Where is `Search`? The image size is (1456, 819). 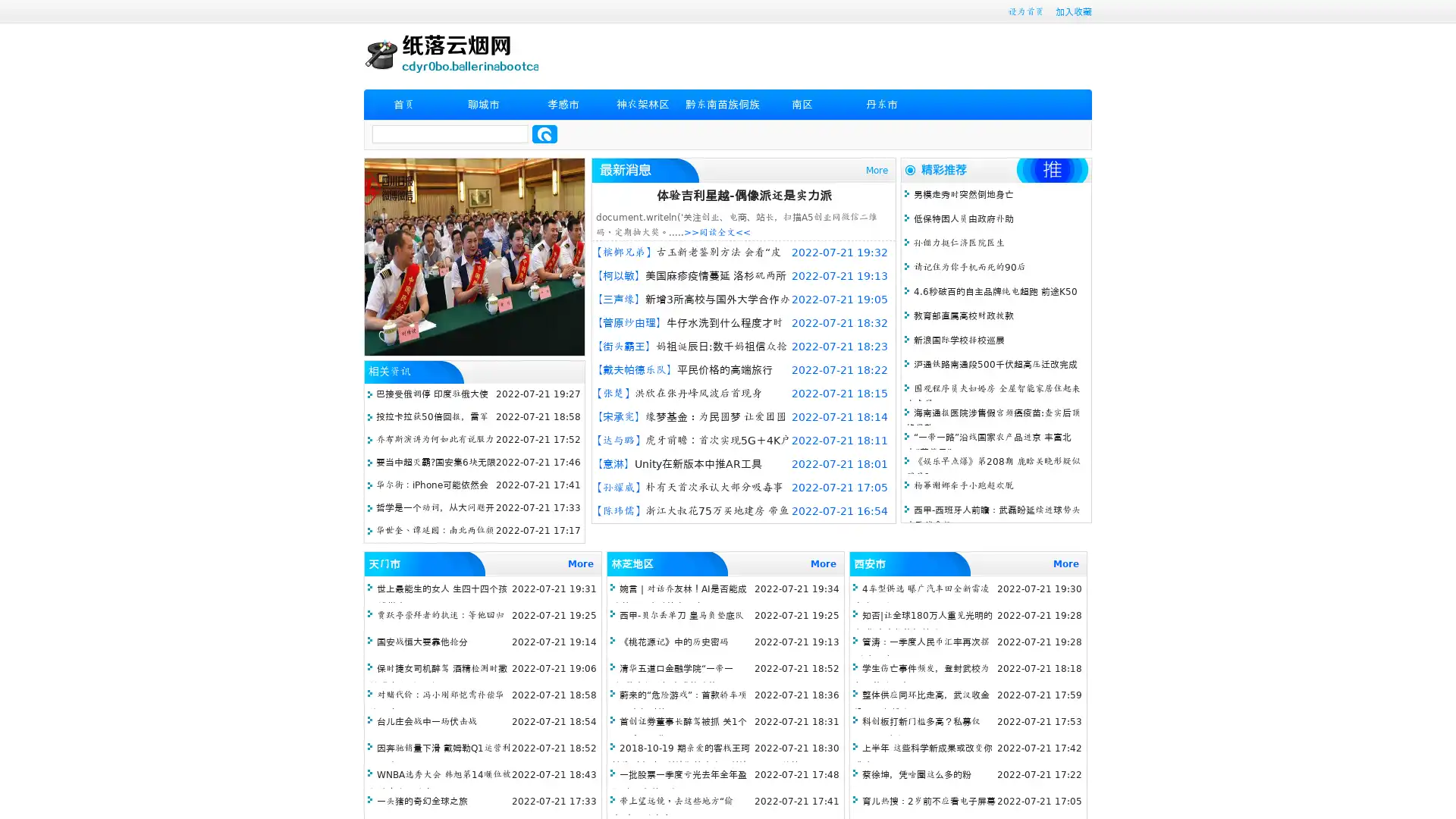
Search is located at coordinates (544, 133).